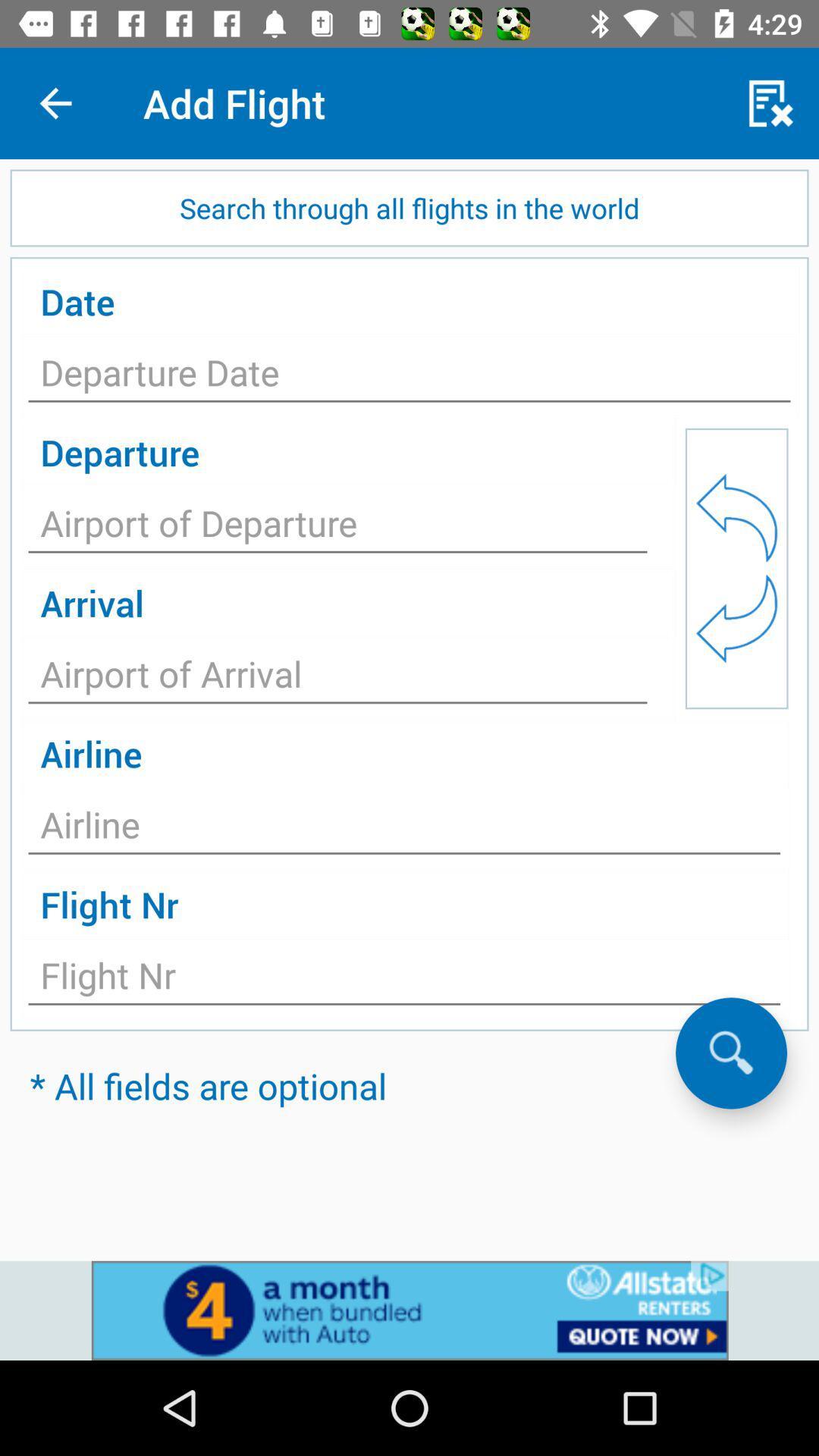  What do you see at coordinates (403, 828) in the screenshot?
I see `text field` at bounding box center [403, 828].